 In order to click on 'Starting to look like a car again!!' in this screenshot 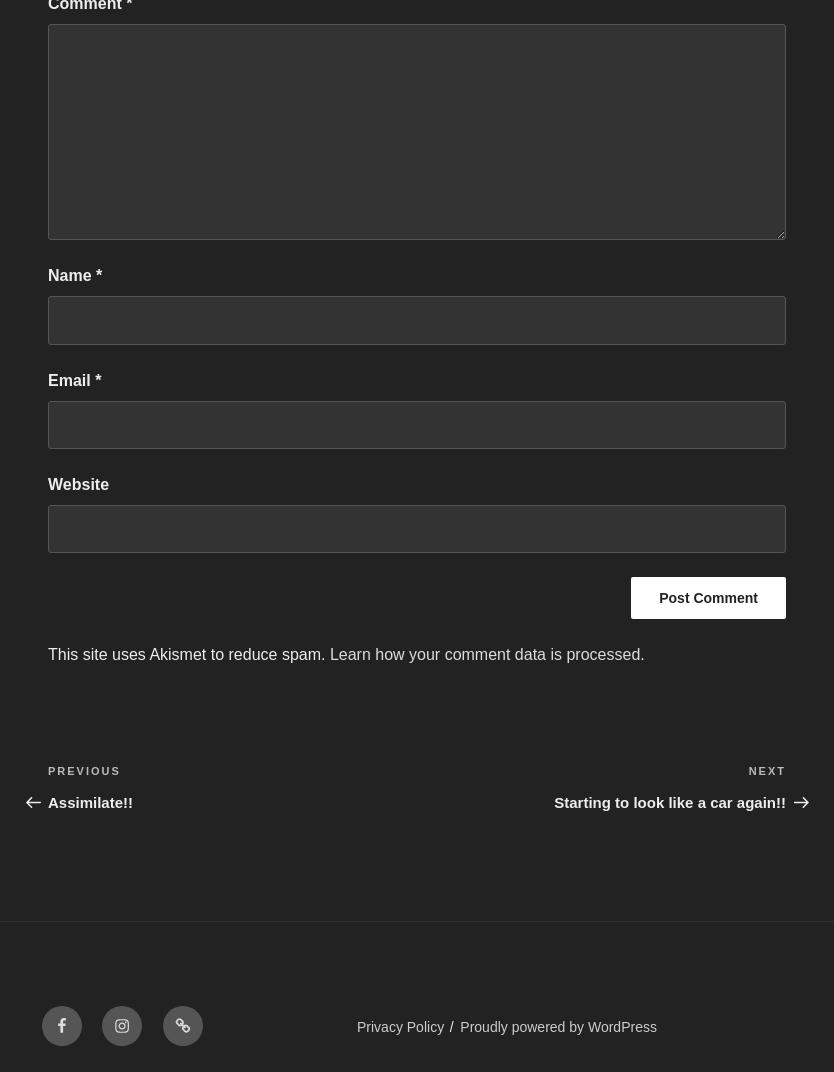, I will do `click(669, 801)`.